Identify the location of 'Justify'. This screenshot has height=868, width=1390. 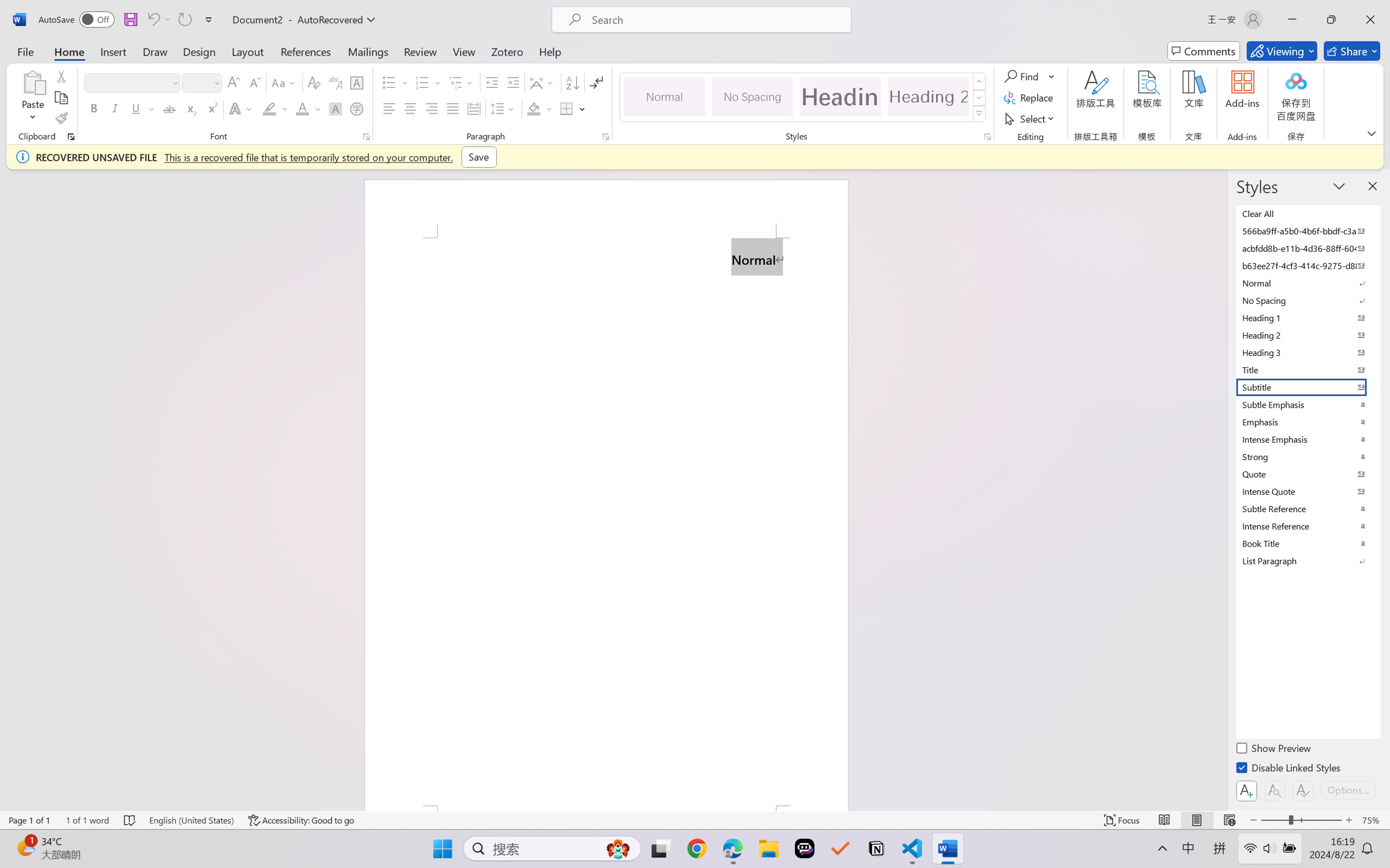
(452, 108).